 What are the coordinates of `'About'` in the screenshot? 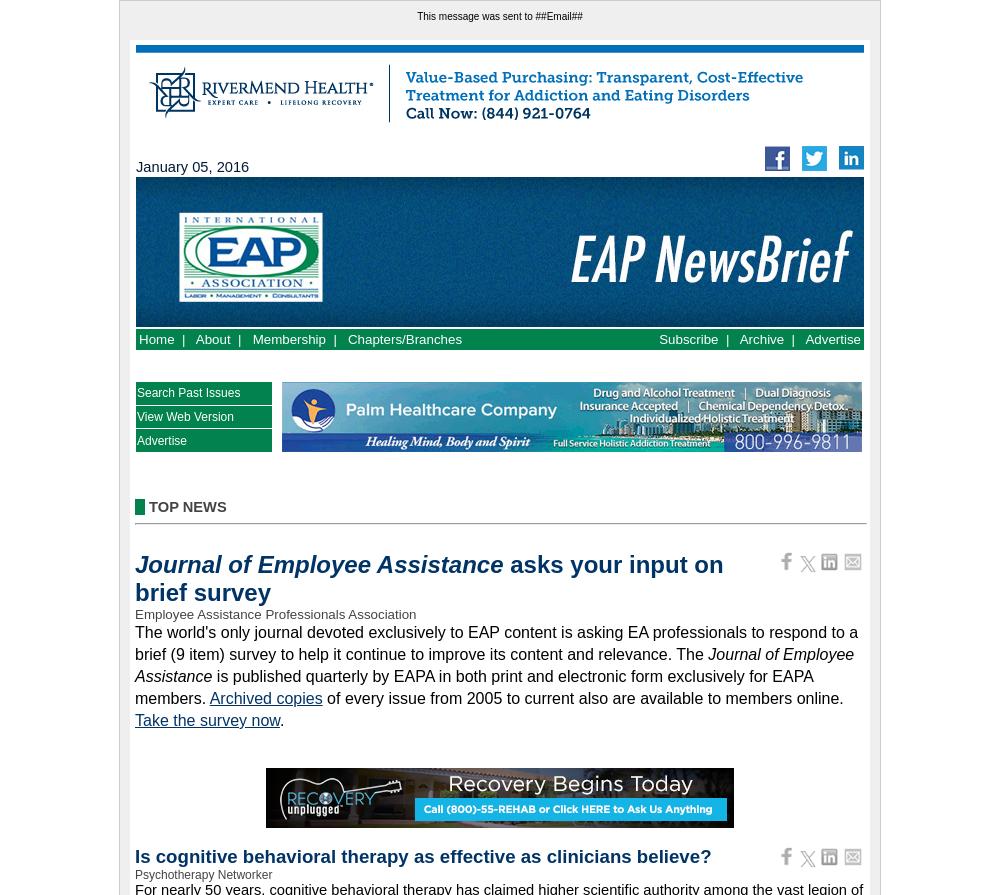 It's located at (211, 339).